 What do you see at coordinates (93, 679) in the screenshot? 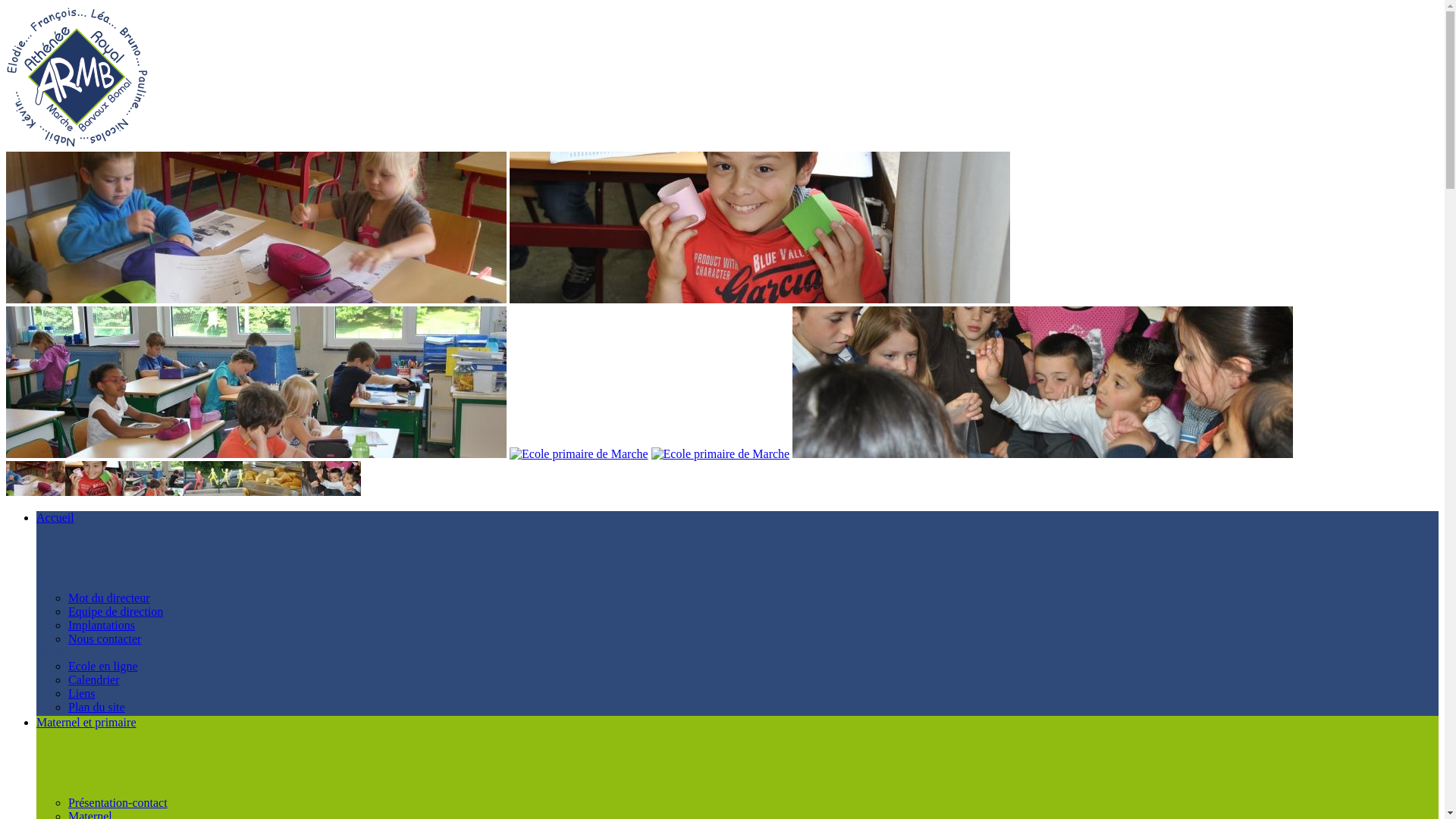
I see `'Calendrier'` at bounding box center [93, 679].